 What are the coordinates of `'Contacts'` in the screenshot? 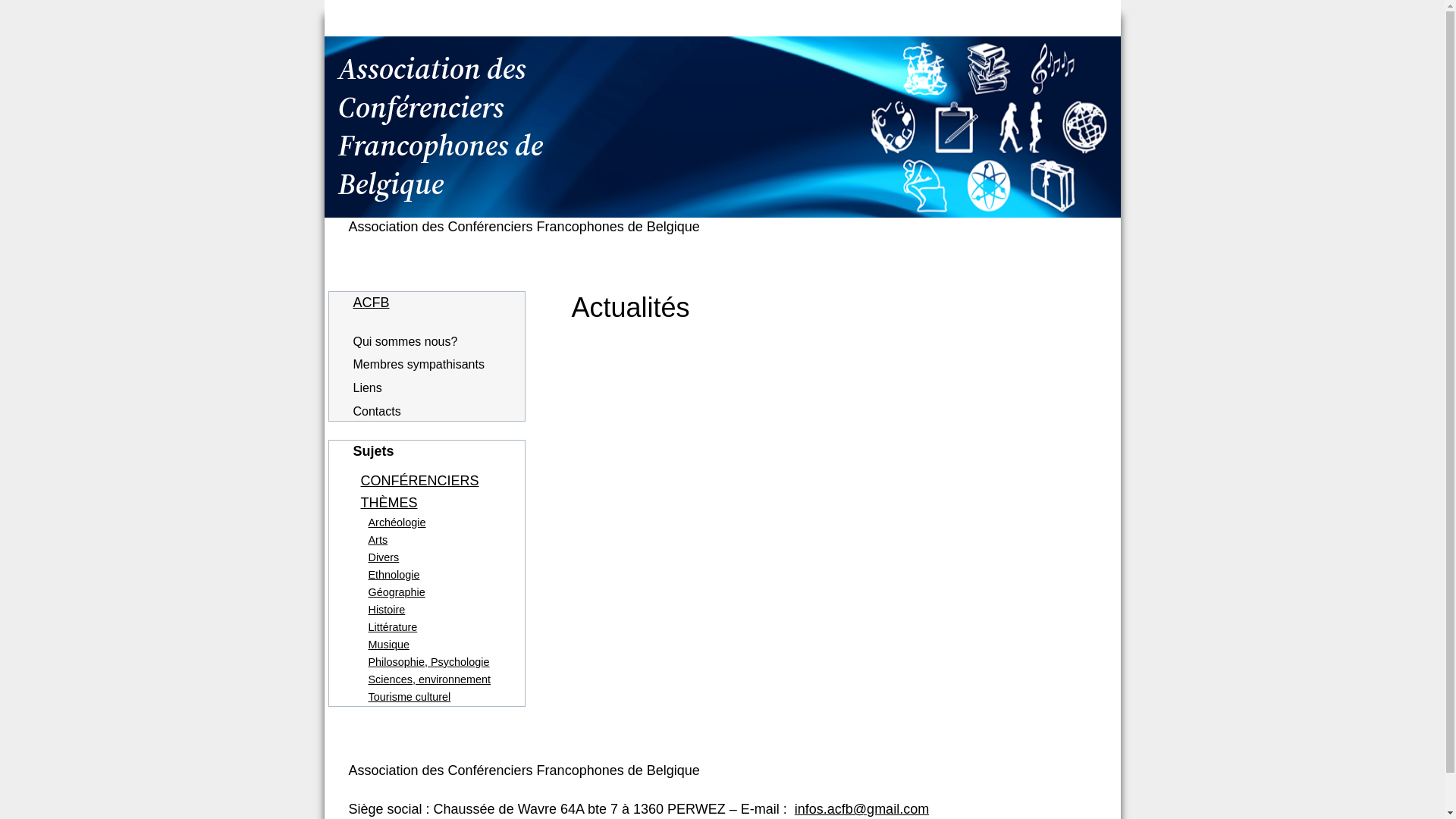 It's located at (377, 412).